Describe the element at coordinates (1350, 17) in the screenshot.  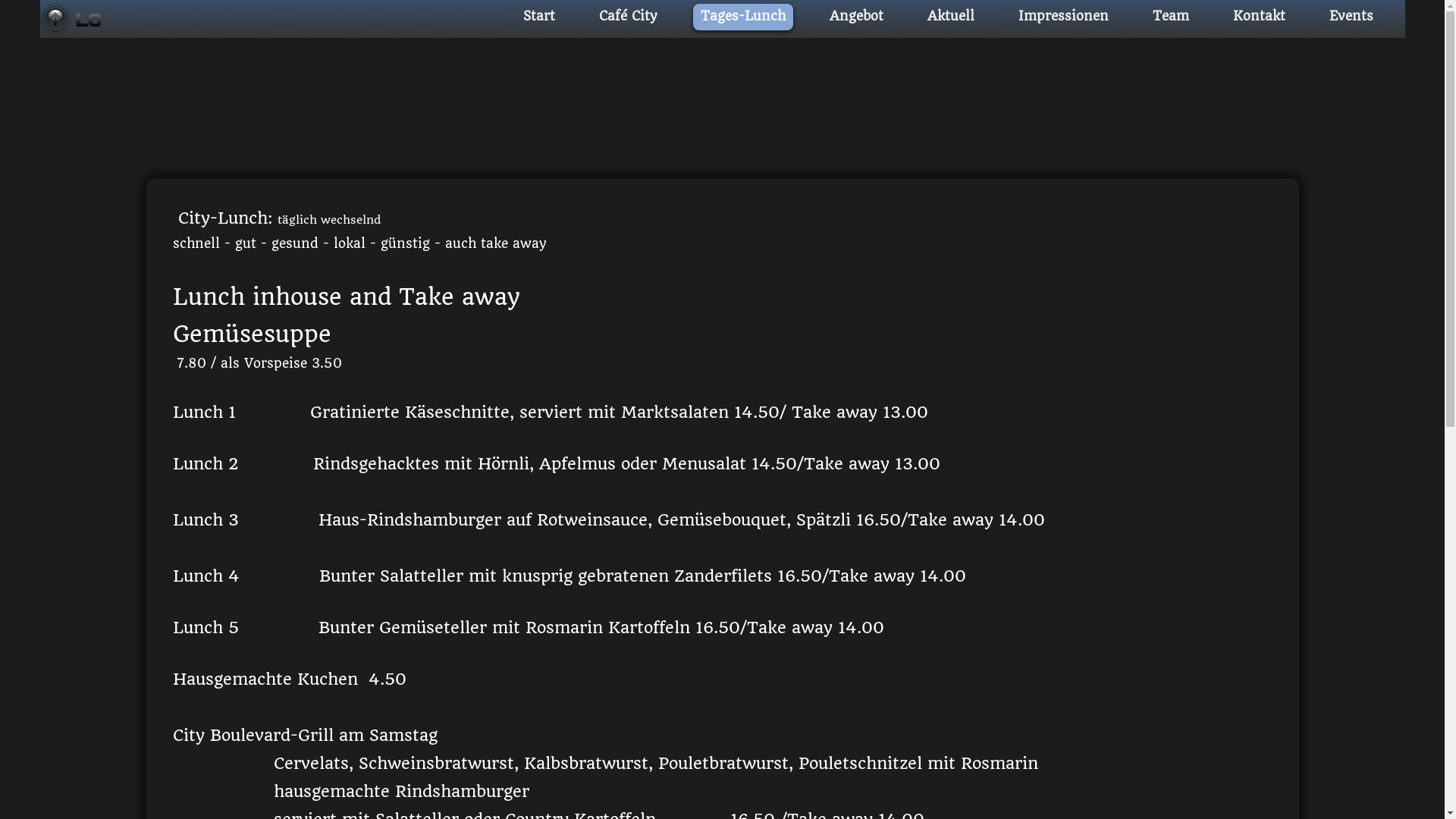
I see `'Events'` at that location.